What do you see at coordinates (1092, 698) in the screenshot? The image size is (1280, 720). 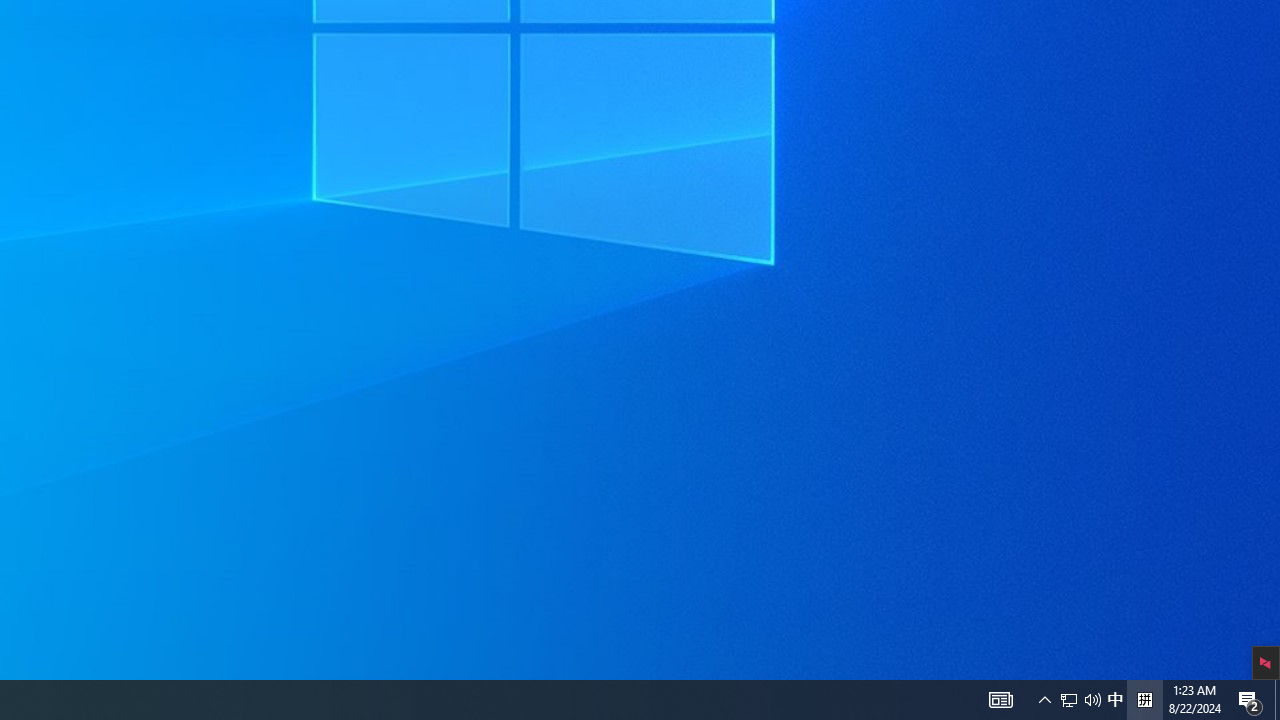 I see `'Tray Input Indicator - Chinese (Simplified, China)'` at bounding box center [1092, 698].